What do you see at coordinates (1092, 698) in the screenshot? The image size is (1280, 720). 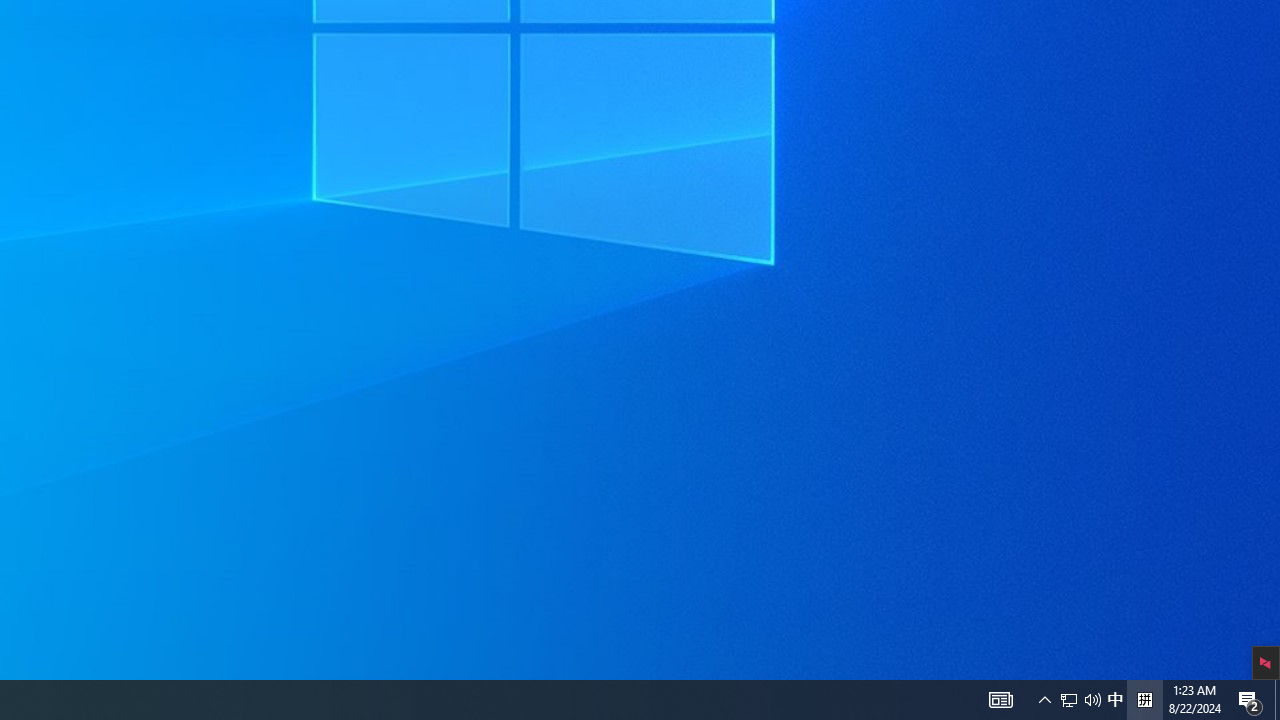 I see `'Tray Input Indicator - Chinese (Simplified, China)'` at bounding box center [1092, 698].